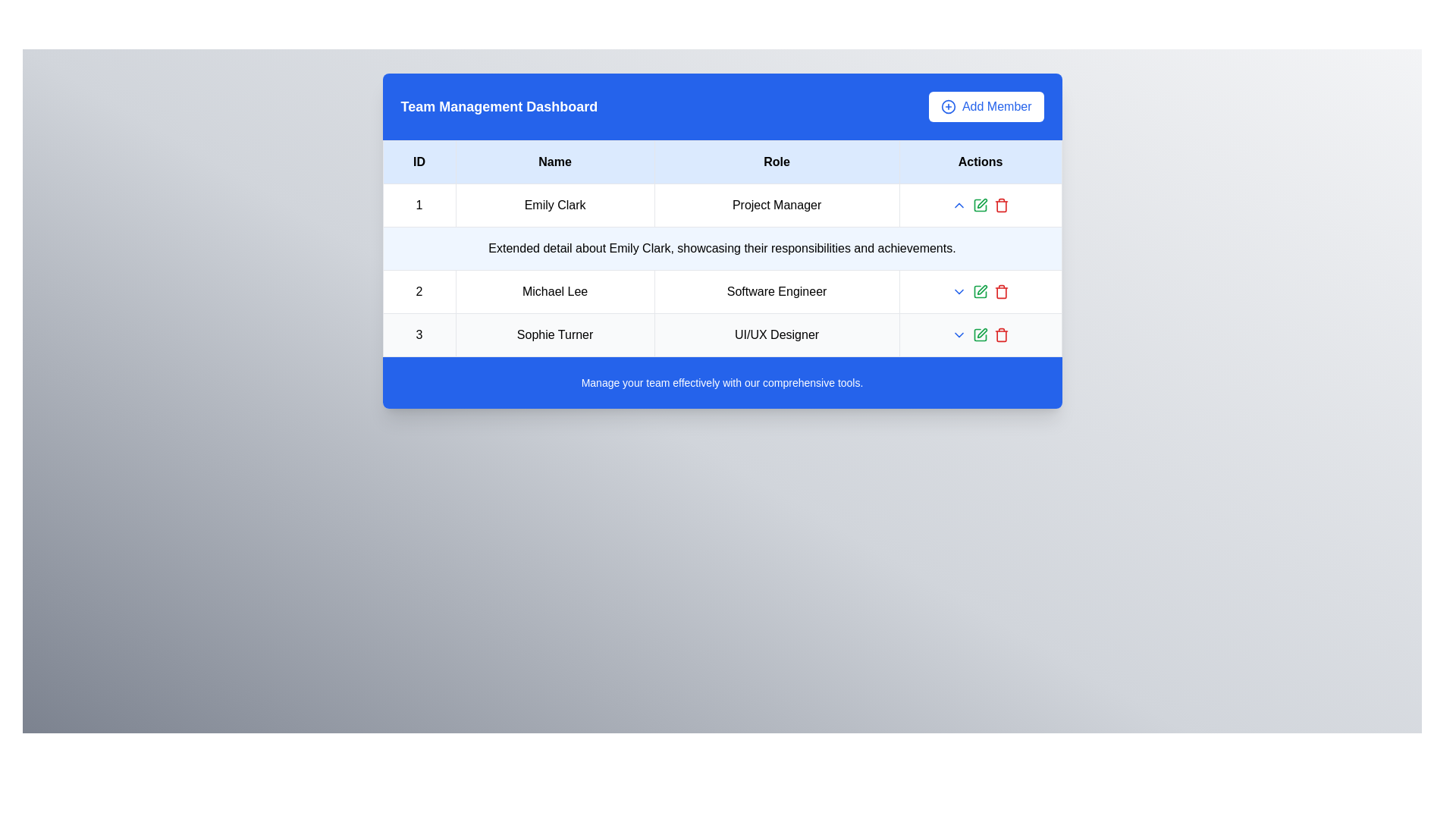 The height and width of the screenshot is (819, 1456). Describe the element at coordinates (1001, 292) in the screenshot. I see `the red trash bin icon in the 'Actions' column of the second row in the table to initiate a delete action` at that location.